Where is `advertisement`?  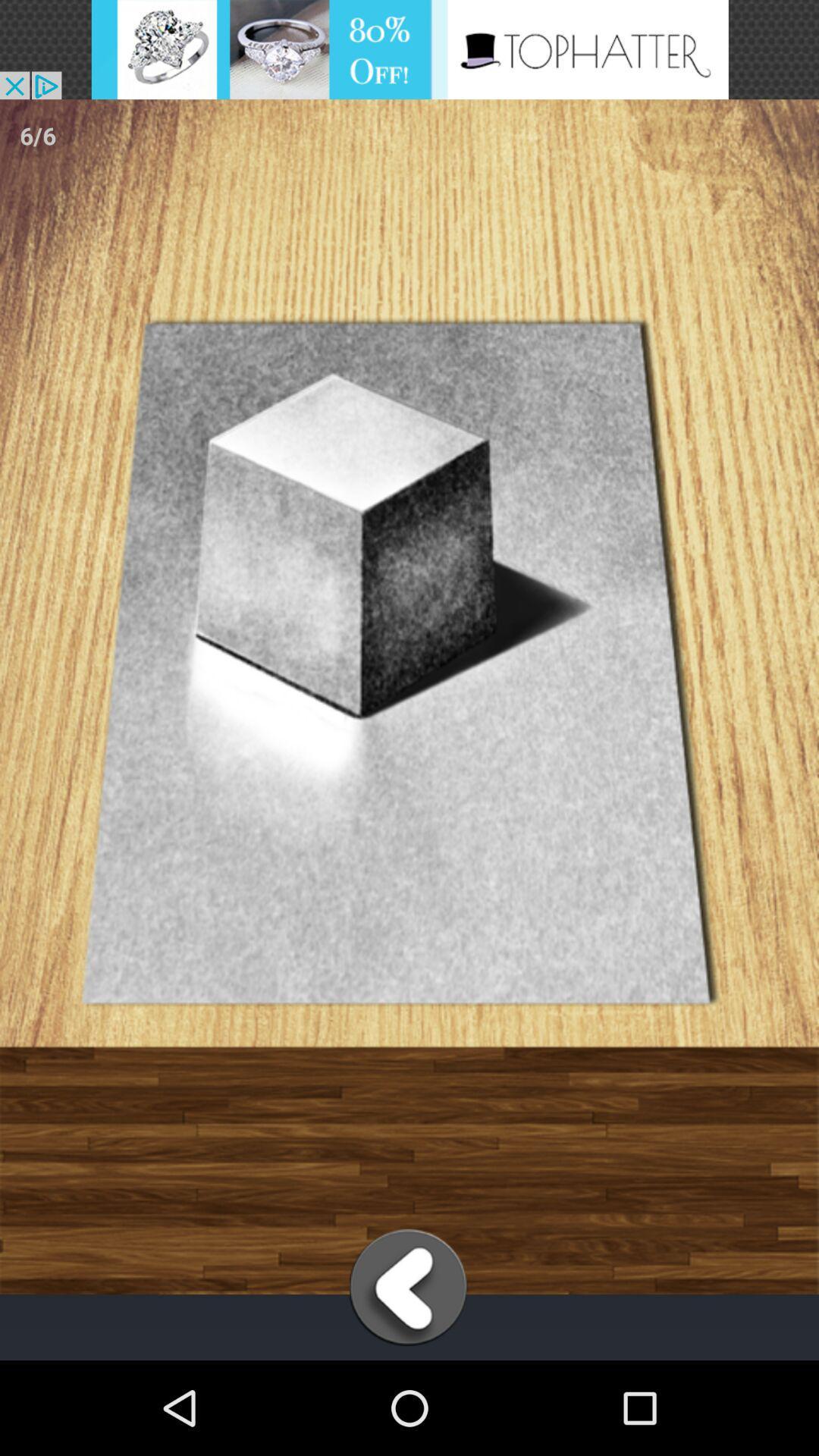 advertisement is located at coordinates (409, 49).